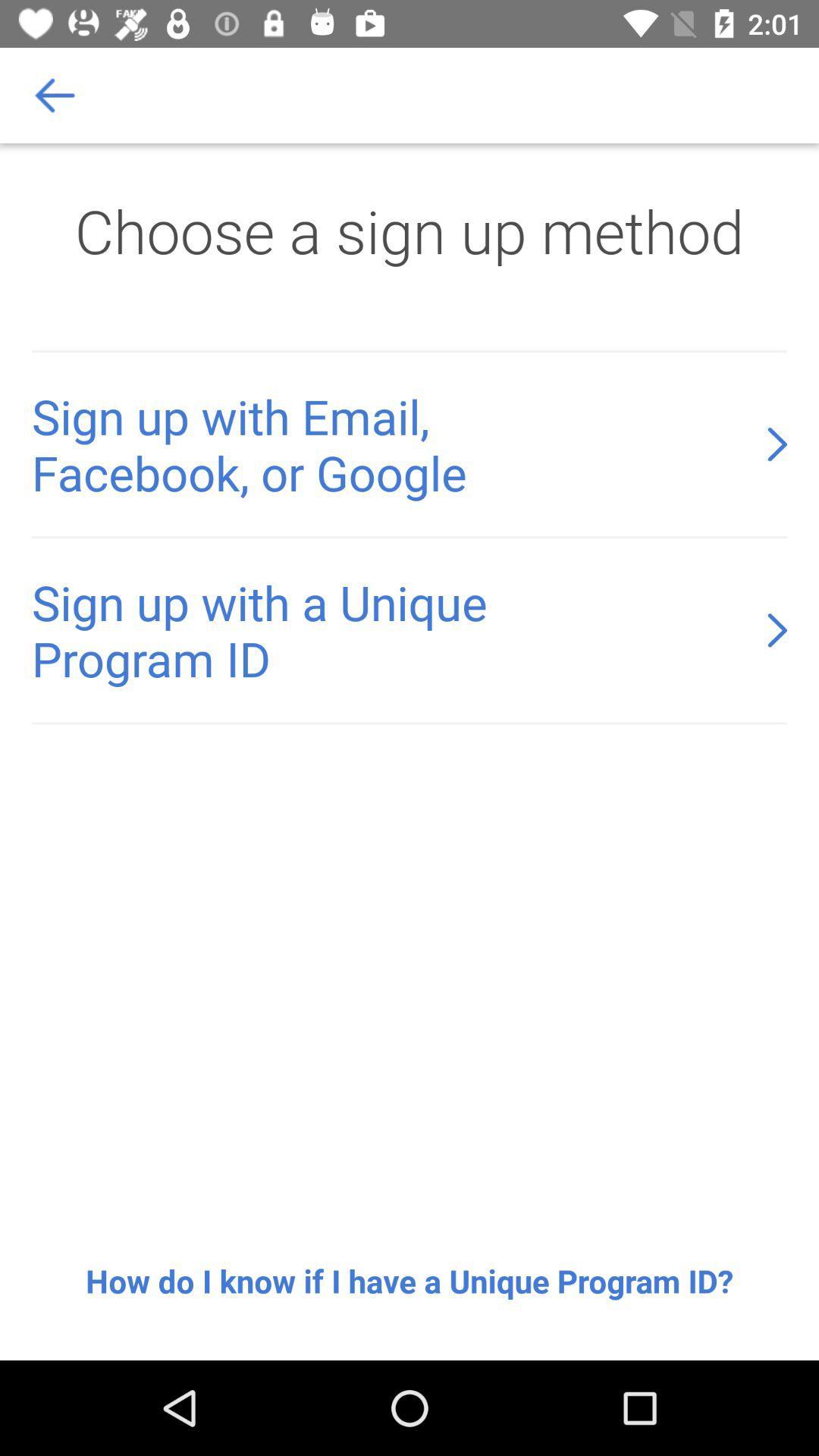  What do you see at coordinates (409, 1280) in the screenshot?
I see `the how do i icon` at bounding box center [409, 1280].